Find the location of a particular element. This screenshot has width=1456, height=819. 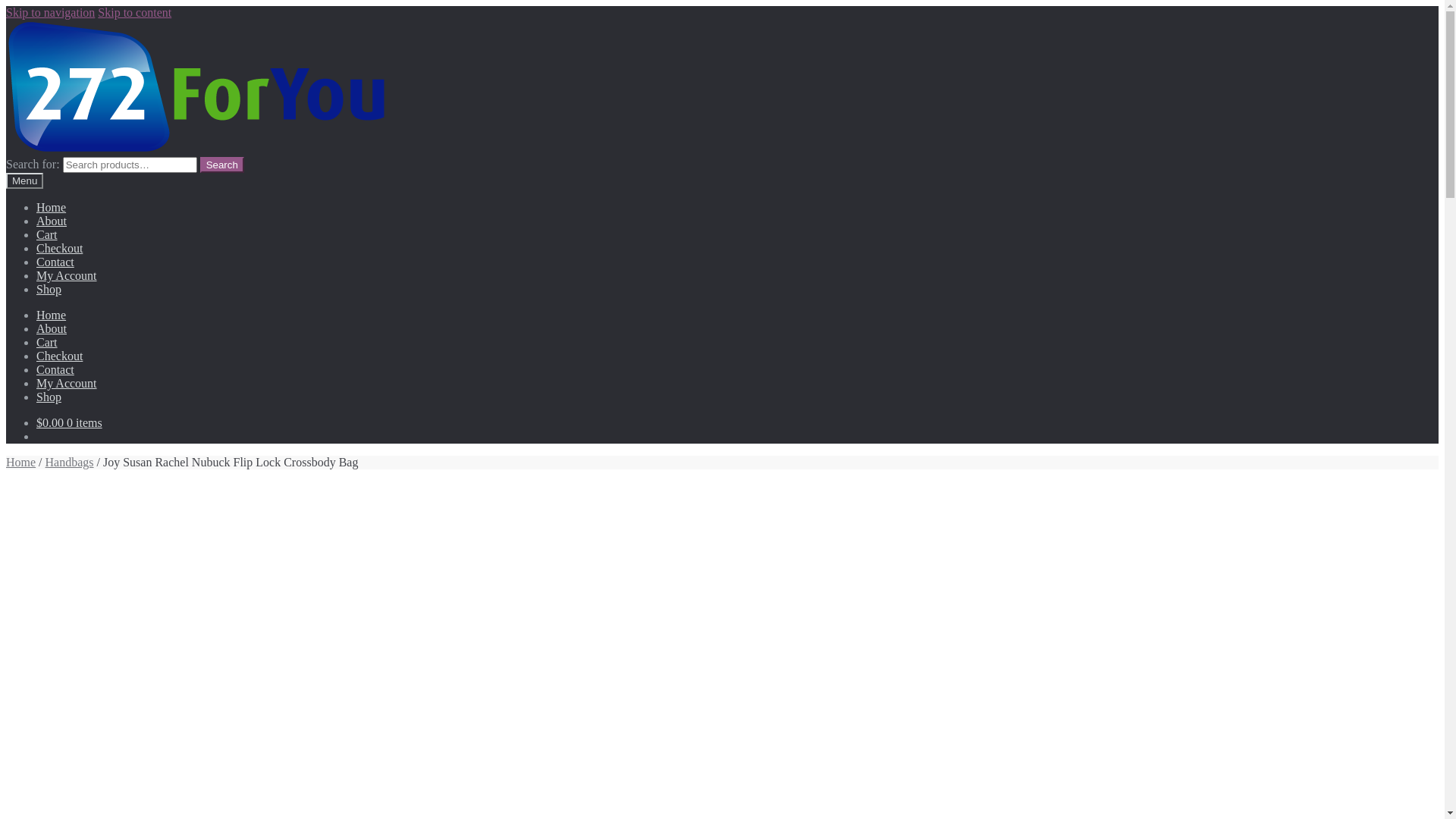

'About' is located at coordinates (36, 221).